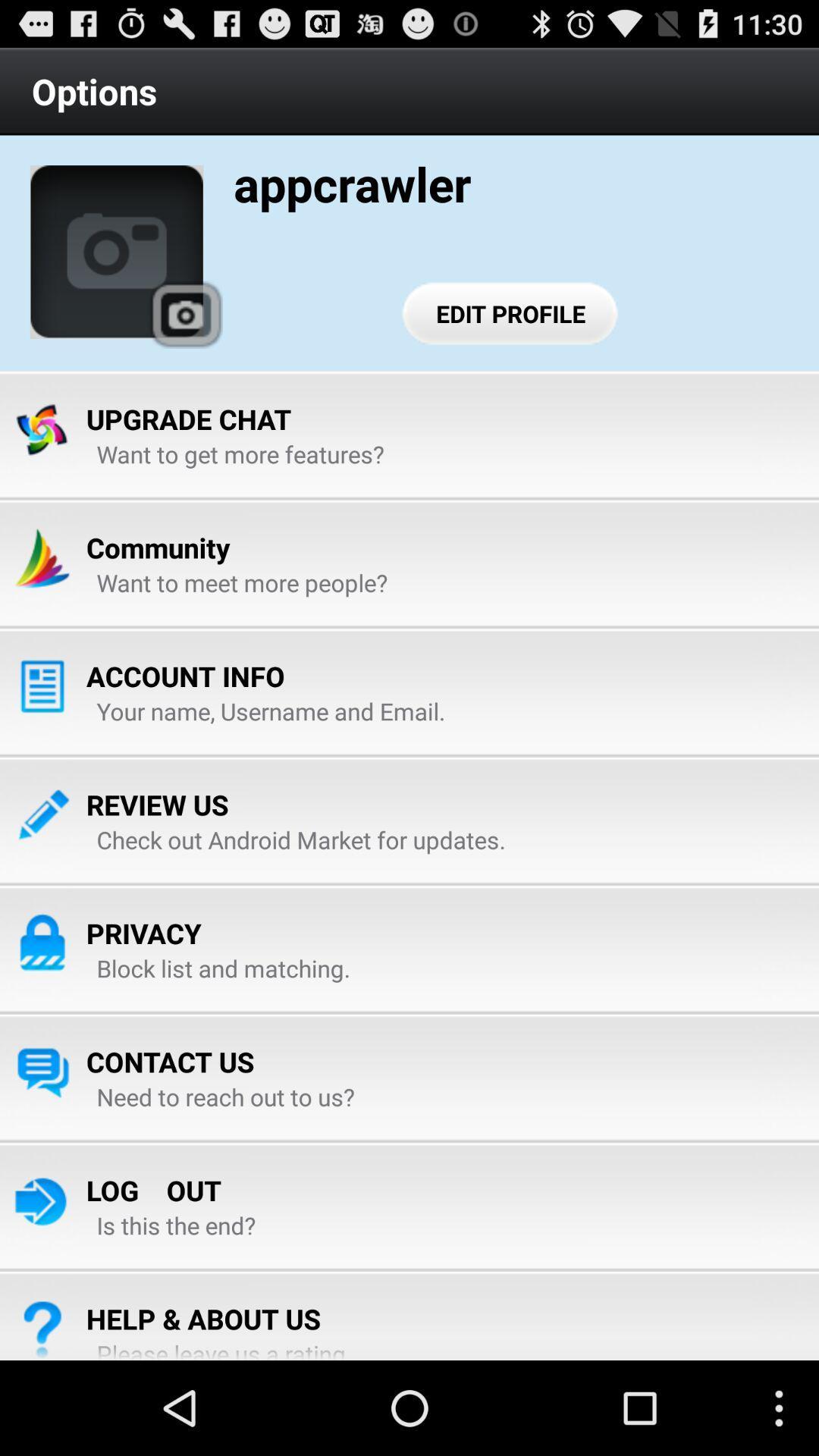 The image size is (819, 1456). Describe the element at coordinates (116, 252) in the screenshot. I see `profile picture` at that location.